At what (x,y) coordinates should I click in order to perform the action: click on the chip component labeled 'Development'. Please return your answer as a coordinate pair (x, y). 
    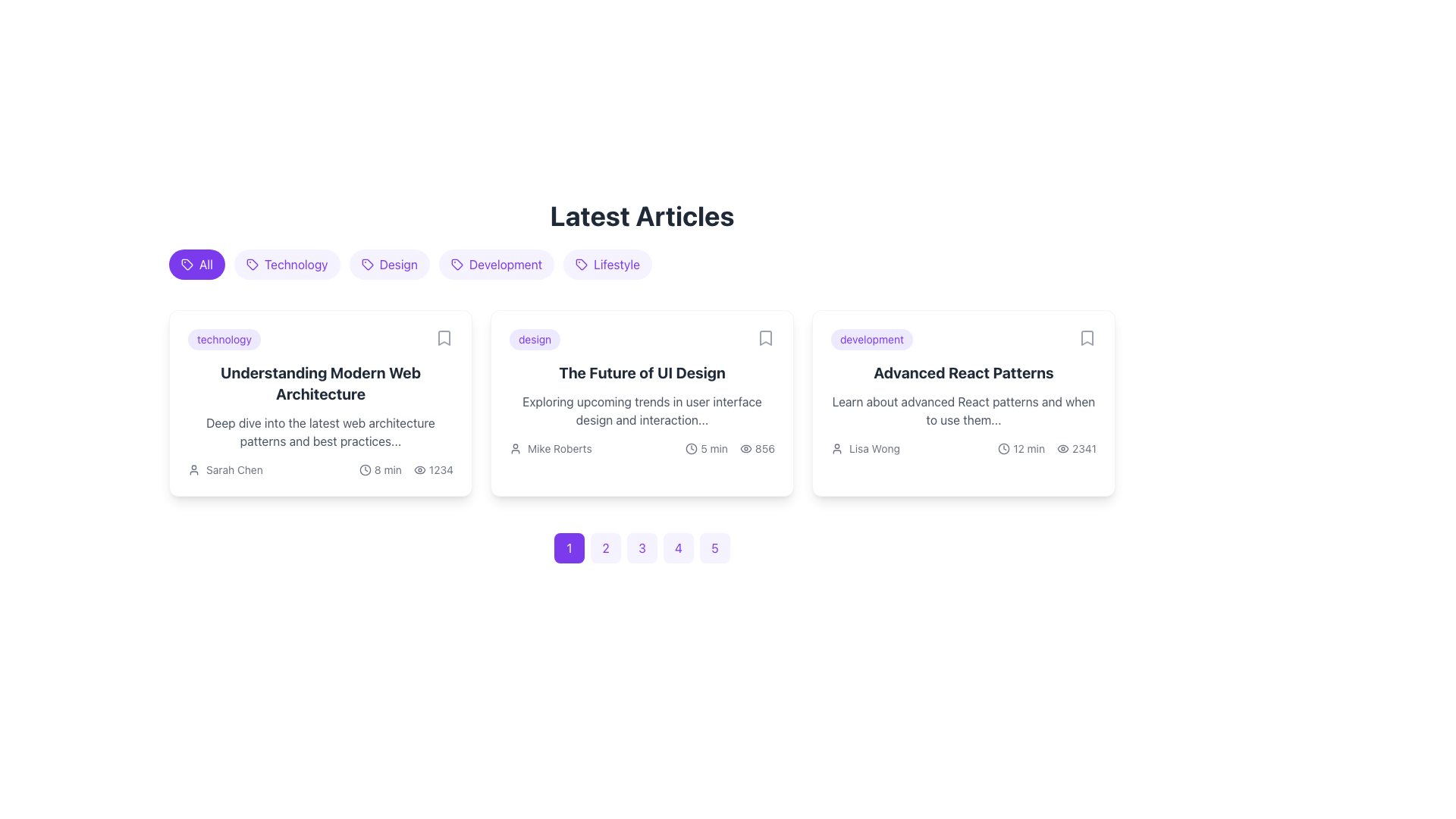
    Looking at the image, I should click on (497, 263).